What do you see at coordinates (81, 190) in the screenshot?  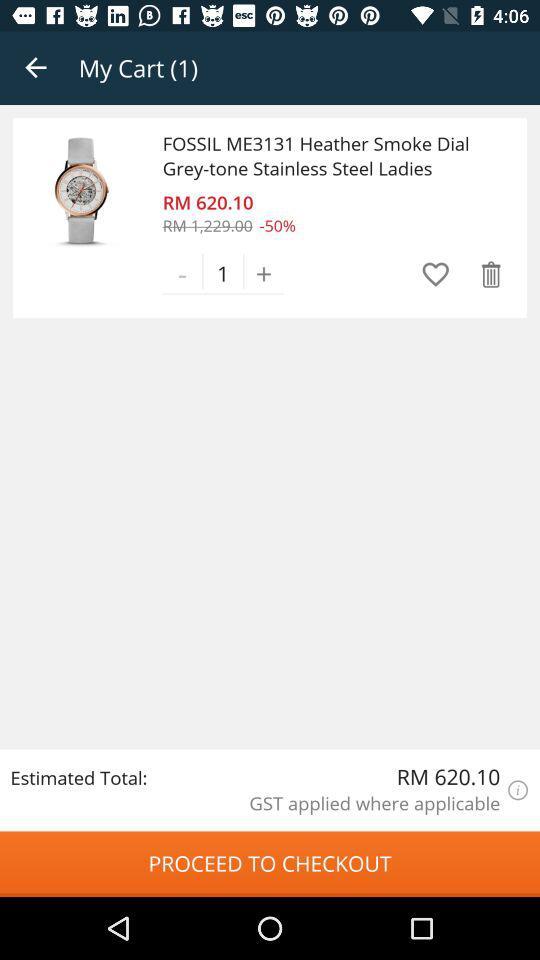 I see `the icon to the left of the fossil me3131 heather item` at bounding box center [81, 190].